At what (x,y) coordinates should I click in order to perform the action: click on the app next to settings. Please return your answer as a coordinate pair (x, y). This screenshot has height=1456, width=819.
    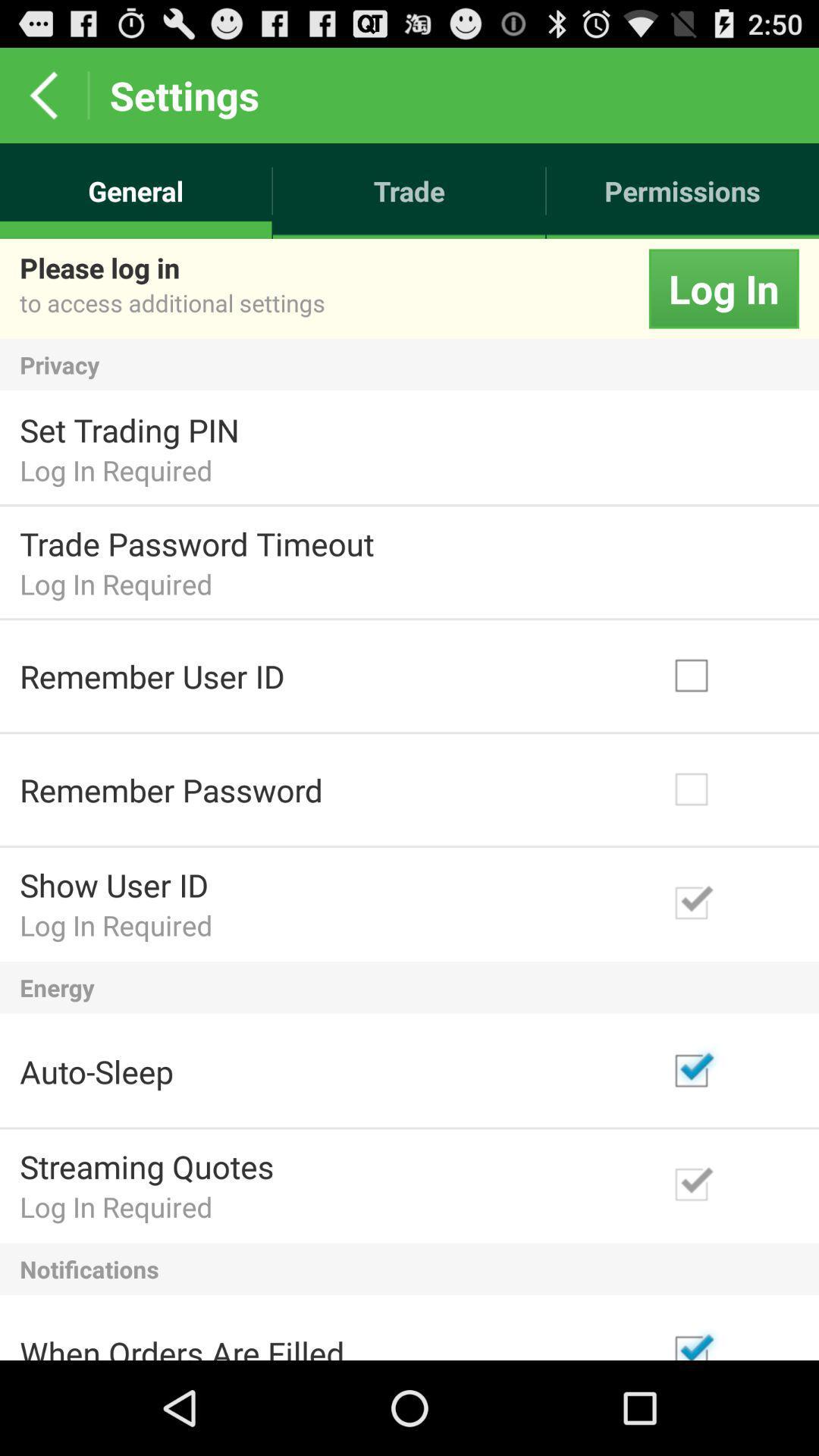
    Looking at the image, I should click on (42, 94).